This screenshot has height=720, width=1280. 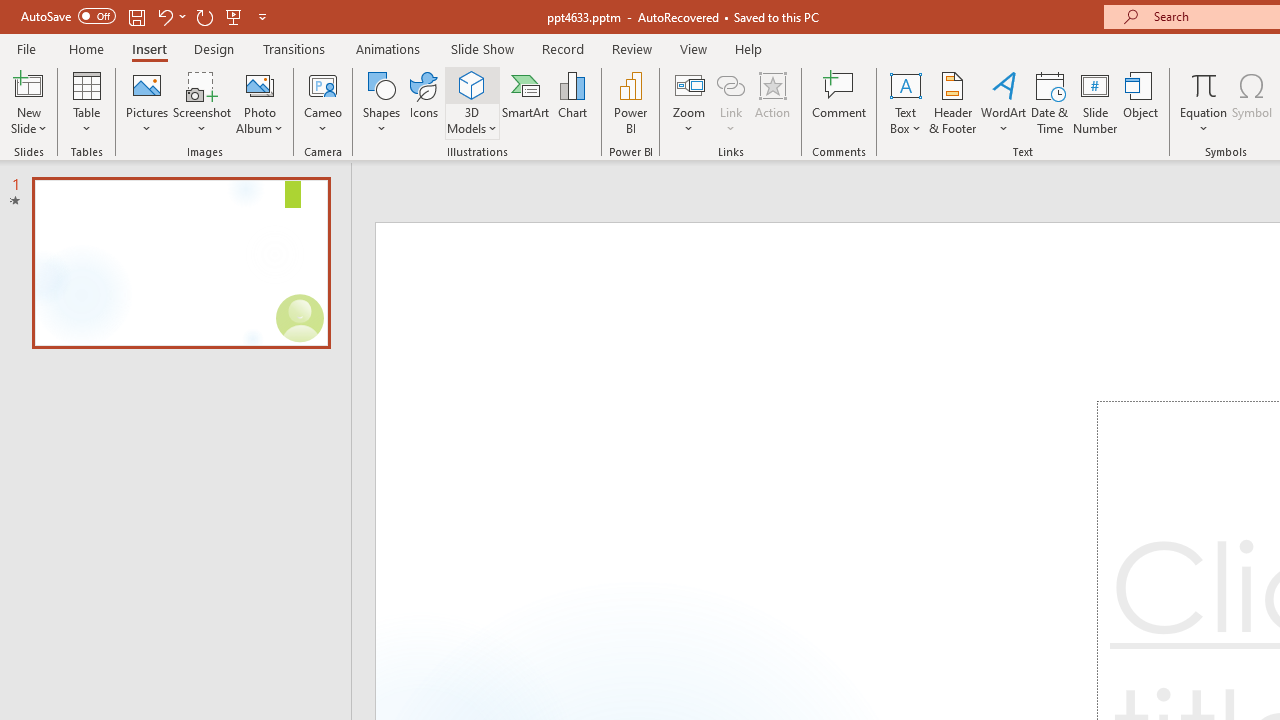 What do you see at coordinates (904, 84) in the screenshot?
I see `'Draw Horizontal Text Box'` at bounding box center [904, 84].